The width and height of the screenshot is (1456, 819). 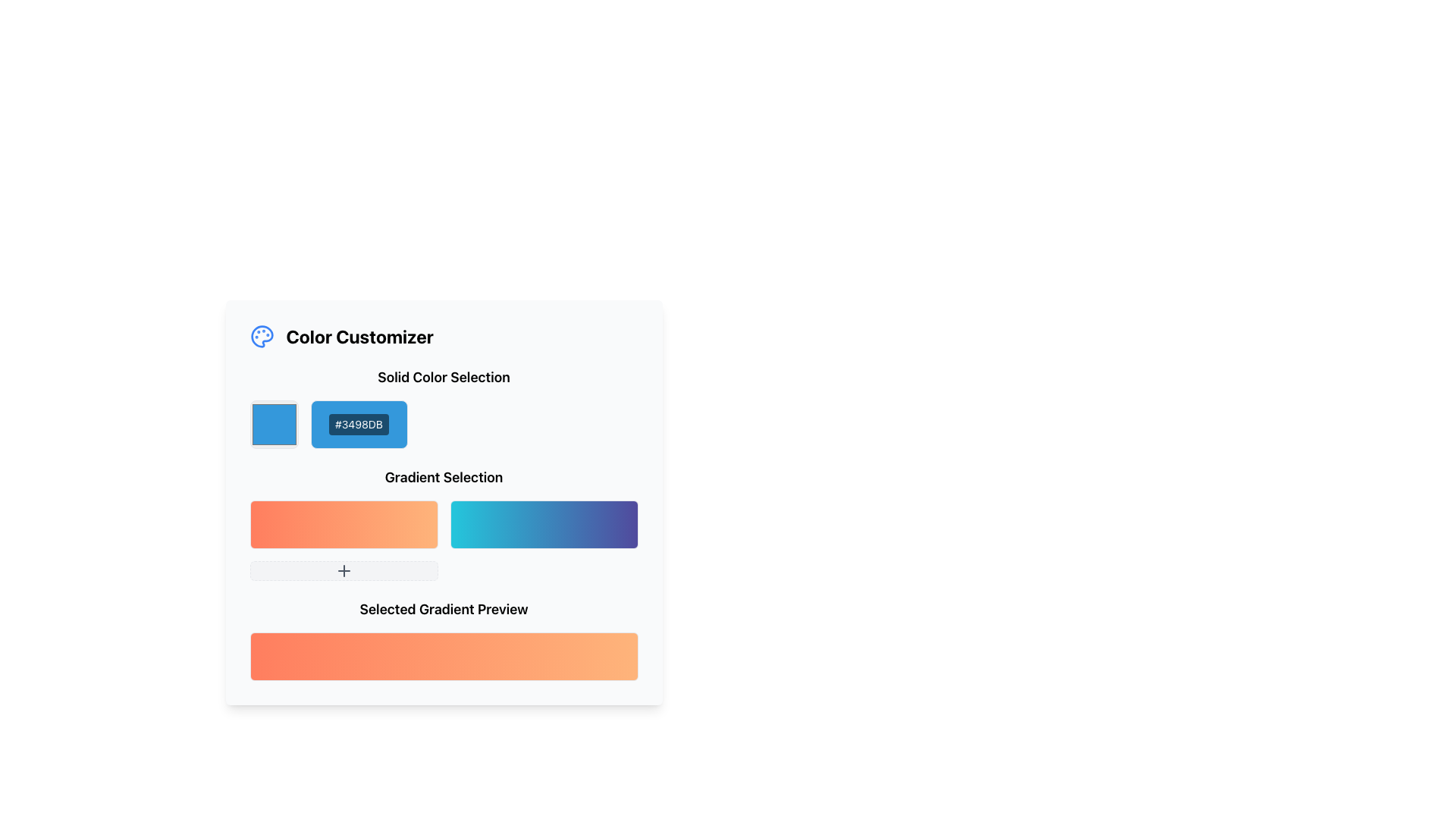 I want to click on the second gradient color configuration button located in the 'Gradient Selection' section, so click(x=544, y=523).